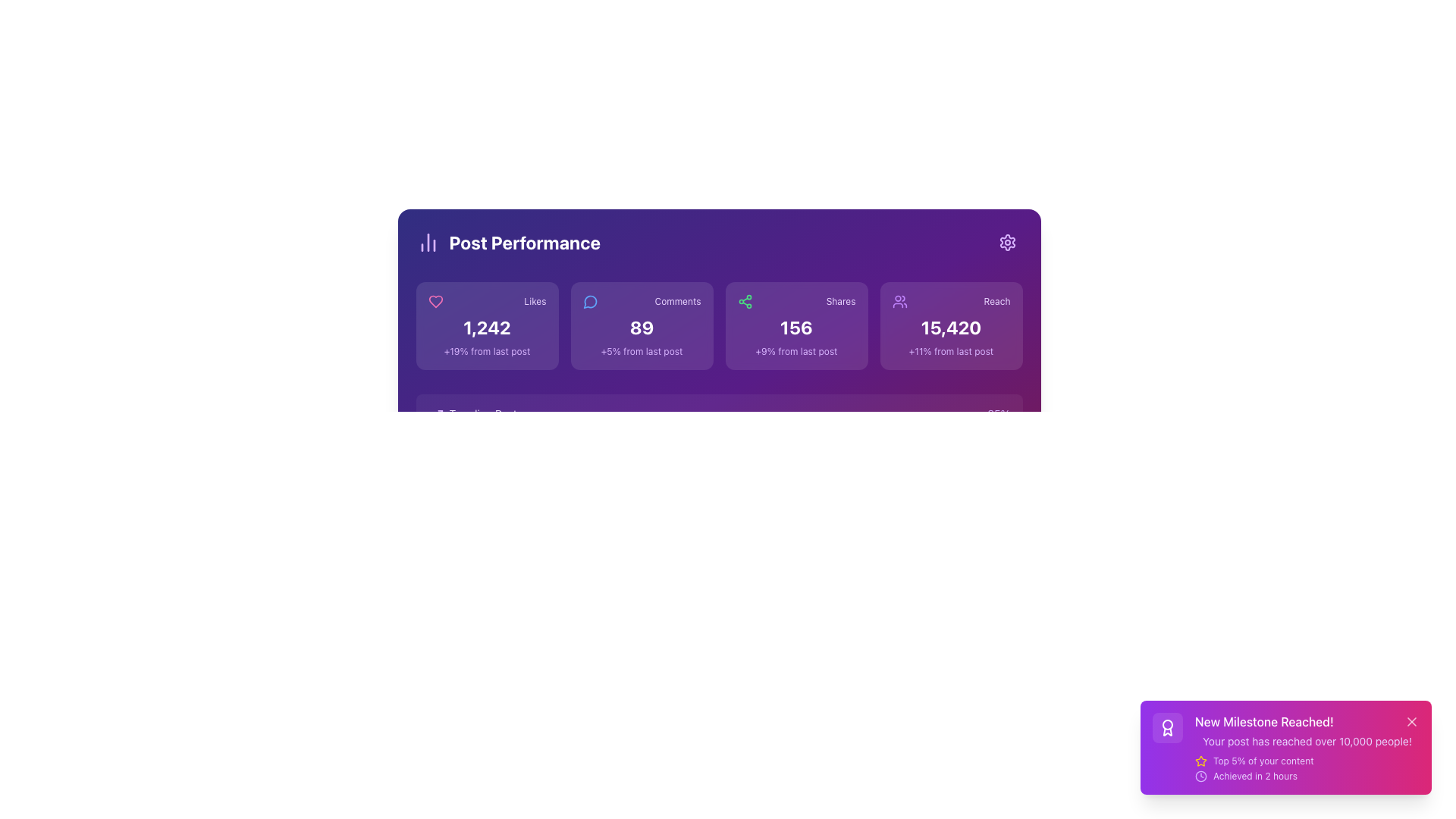  I want to click on the white award icon within the circular border located in the bottom-right corner of the interface, which represents an achievement badge or award, so click(1167, 727).